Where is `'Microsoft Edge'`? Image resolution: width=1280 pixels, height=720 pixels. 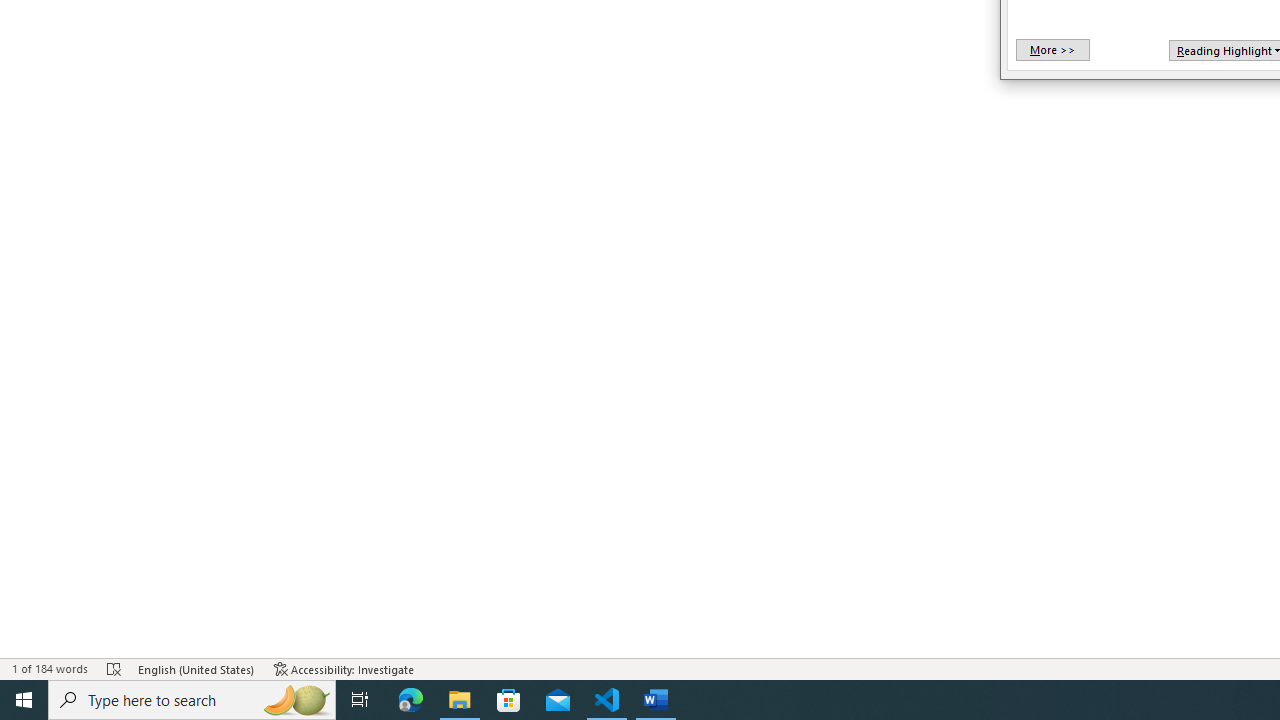
'Microsoft Edge' is located at coordinates (410, 698).